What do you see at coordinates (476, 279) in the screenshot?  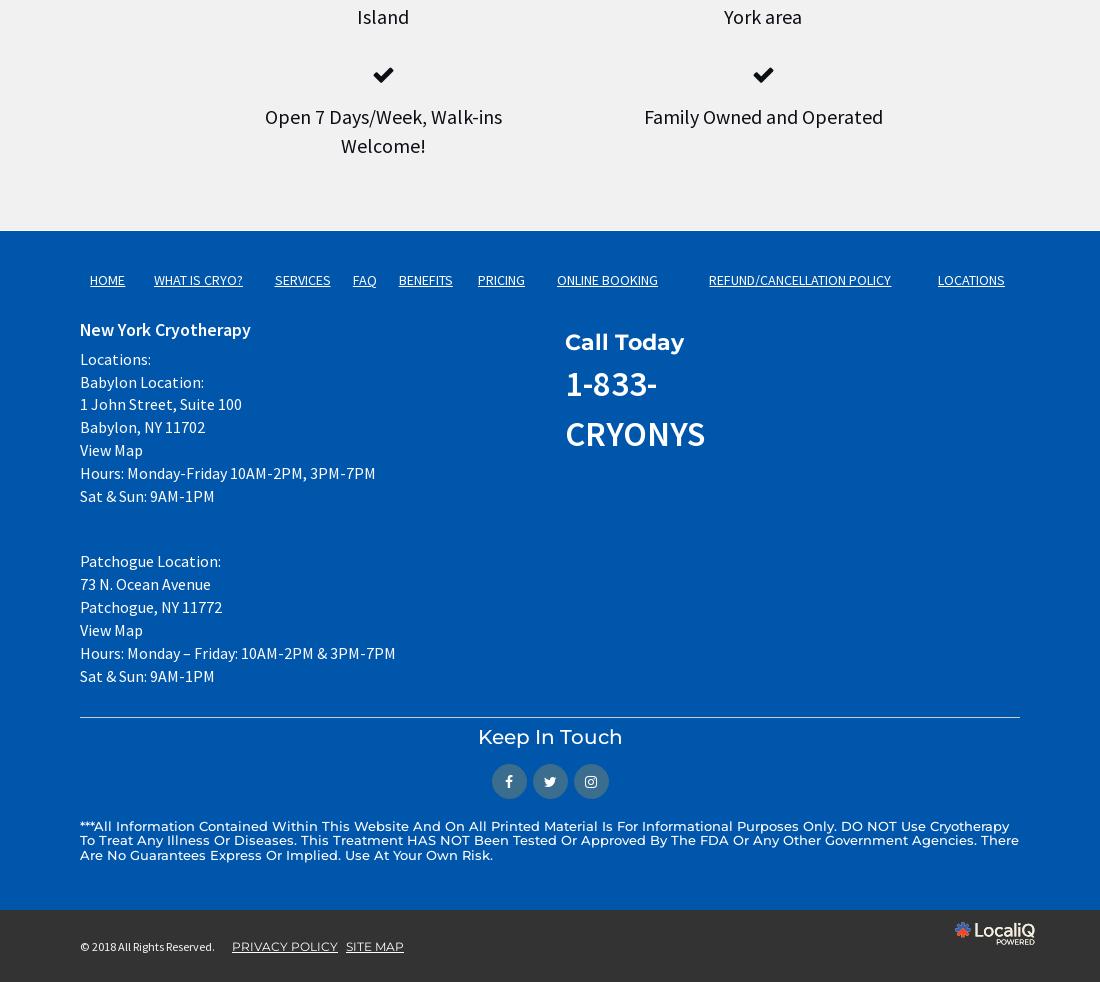 I see `'PRICING'` at bounding box center [476, 279].